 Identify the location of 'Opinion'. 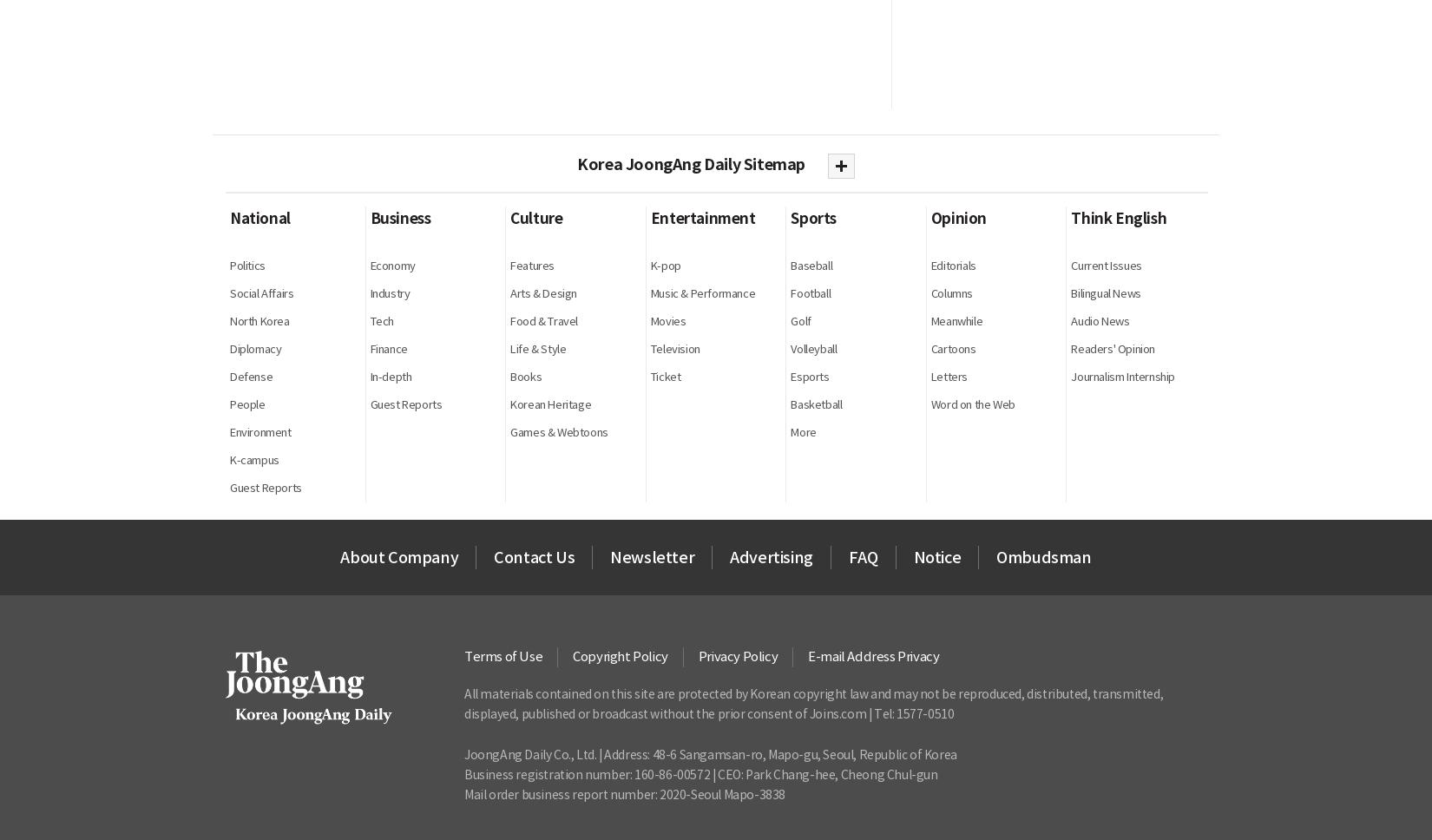
(958, 218).